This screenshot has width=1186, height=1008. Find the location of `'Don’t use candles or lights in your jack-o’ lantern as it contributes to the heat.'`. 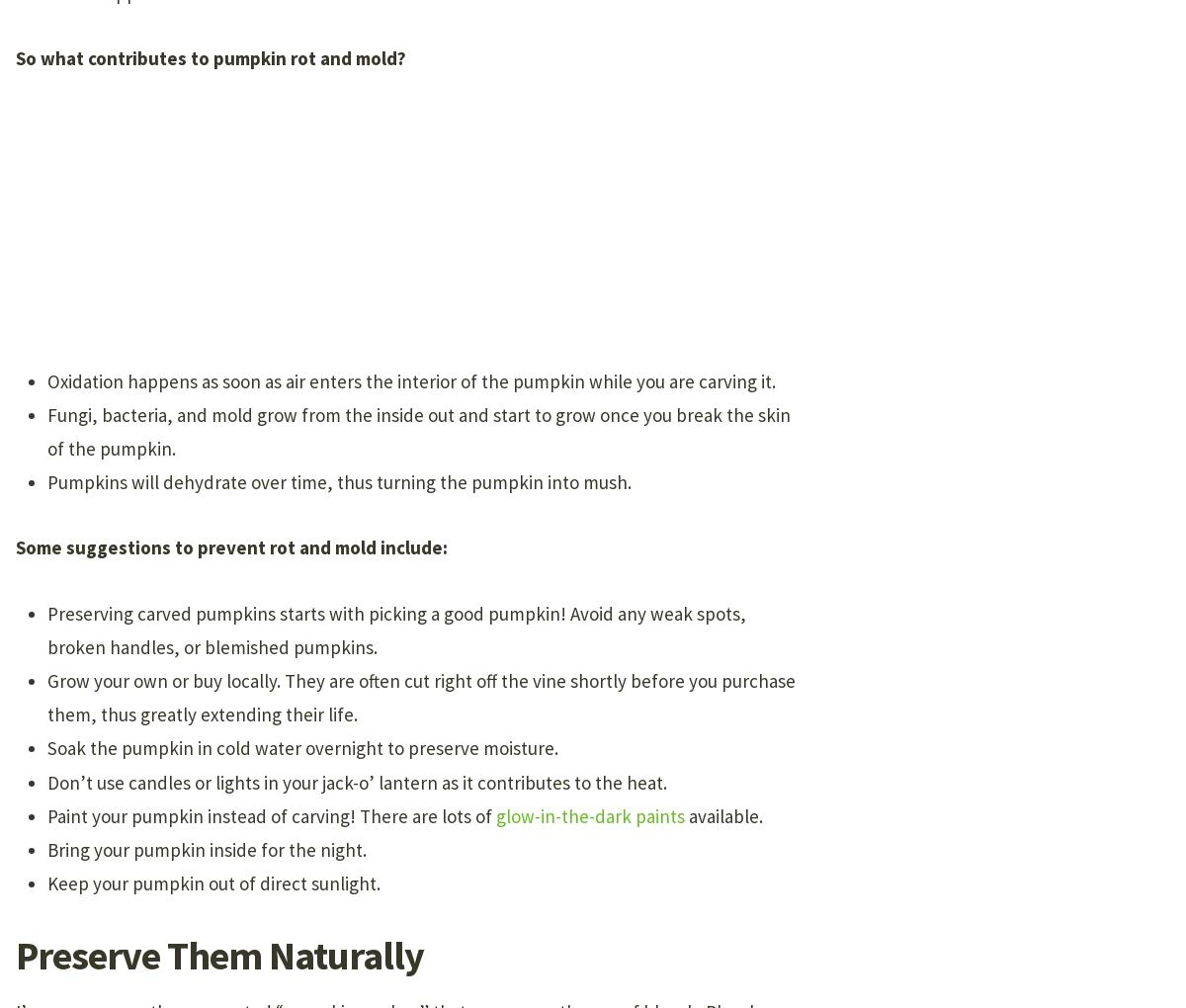

'Don’t use candles or lights in your jack-o’ lantern as it contributes to the heat.' is located at coordinates (357, 781).